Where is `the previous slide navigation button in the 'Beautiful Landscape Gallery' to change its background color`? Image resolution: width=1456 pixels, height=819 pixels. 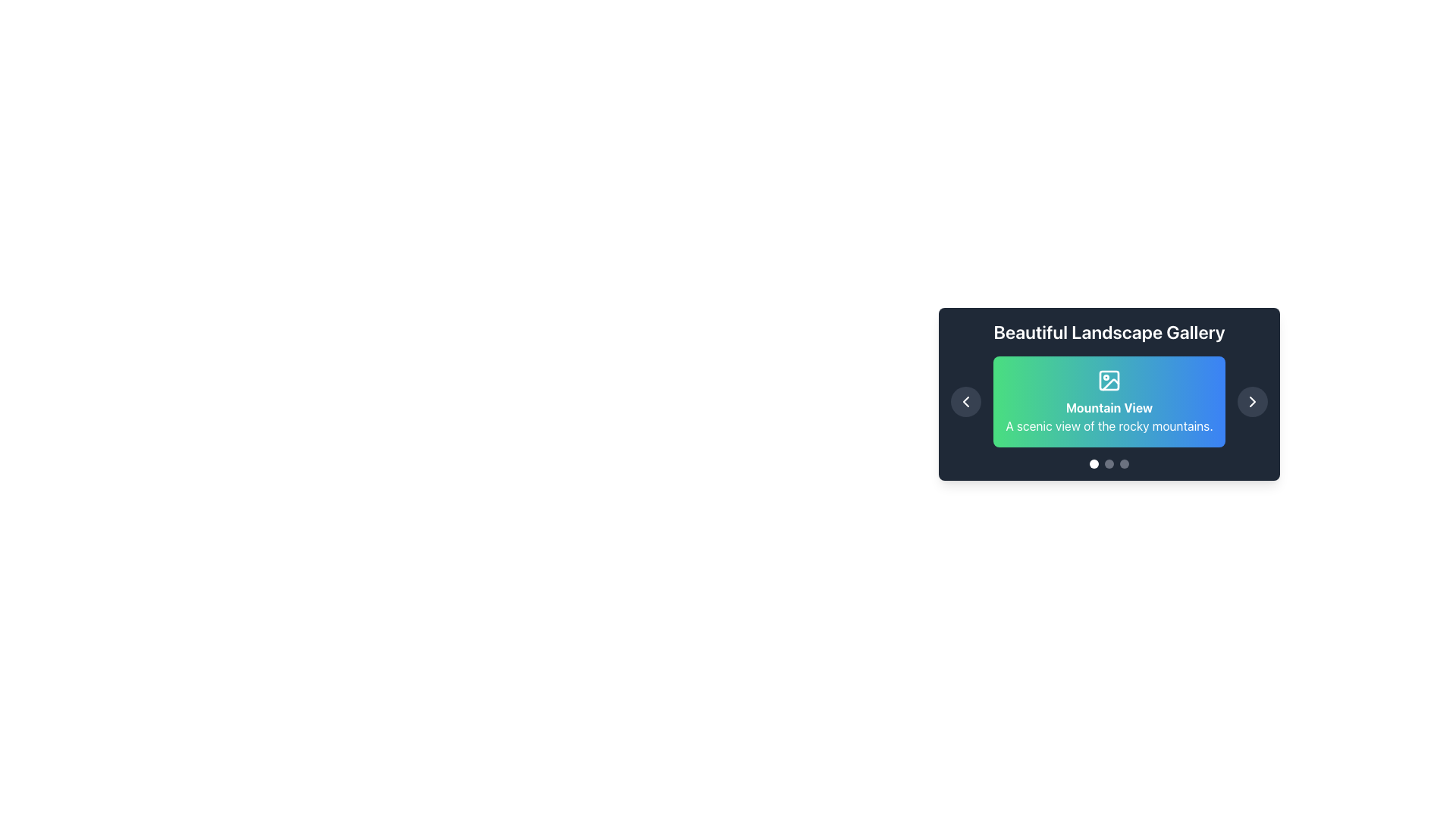
the previous slide navigation button in the 'Beautiful Landscape Gallery' to change its background color is located at coordinates (965, 400).